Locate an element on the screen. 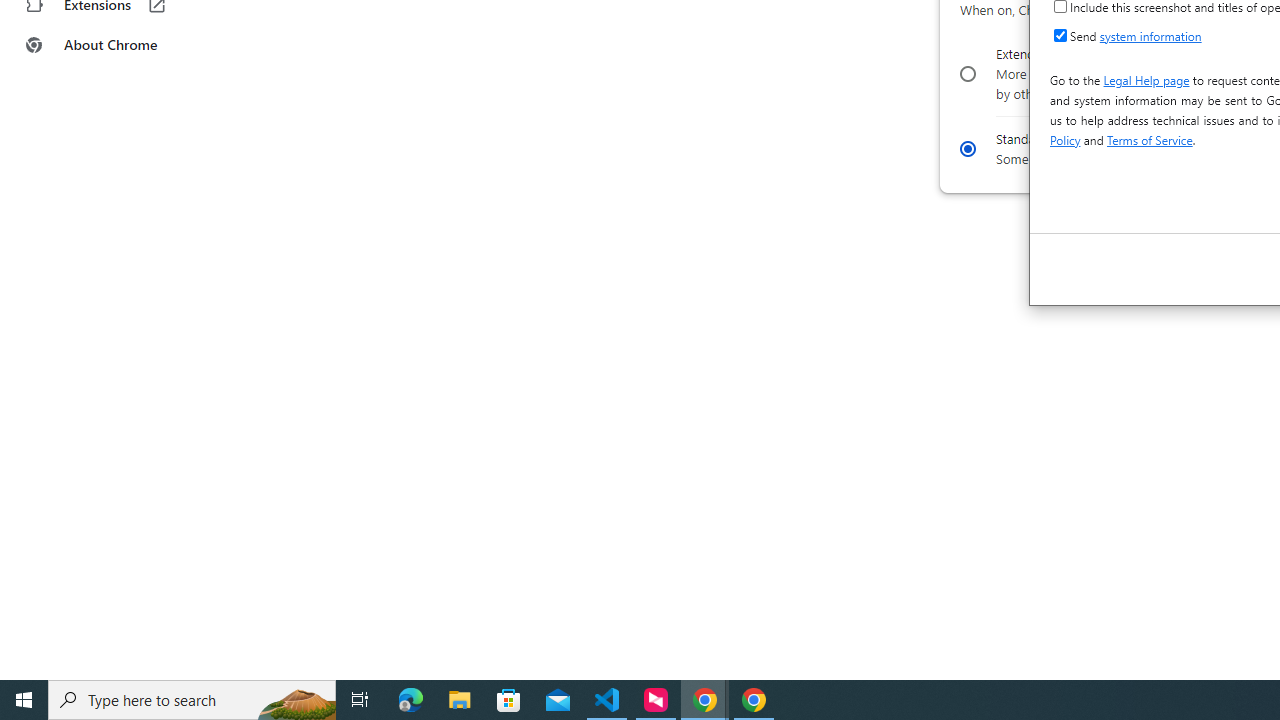 The image size is (1280, 720). 'Standard preloading' is located at coordinates (967, 147).